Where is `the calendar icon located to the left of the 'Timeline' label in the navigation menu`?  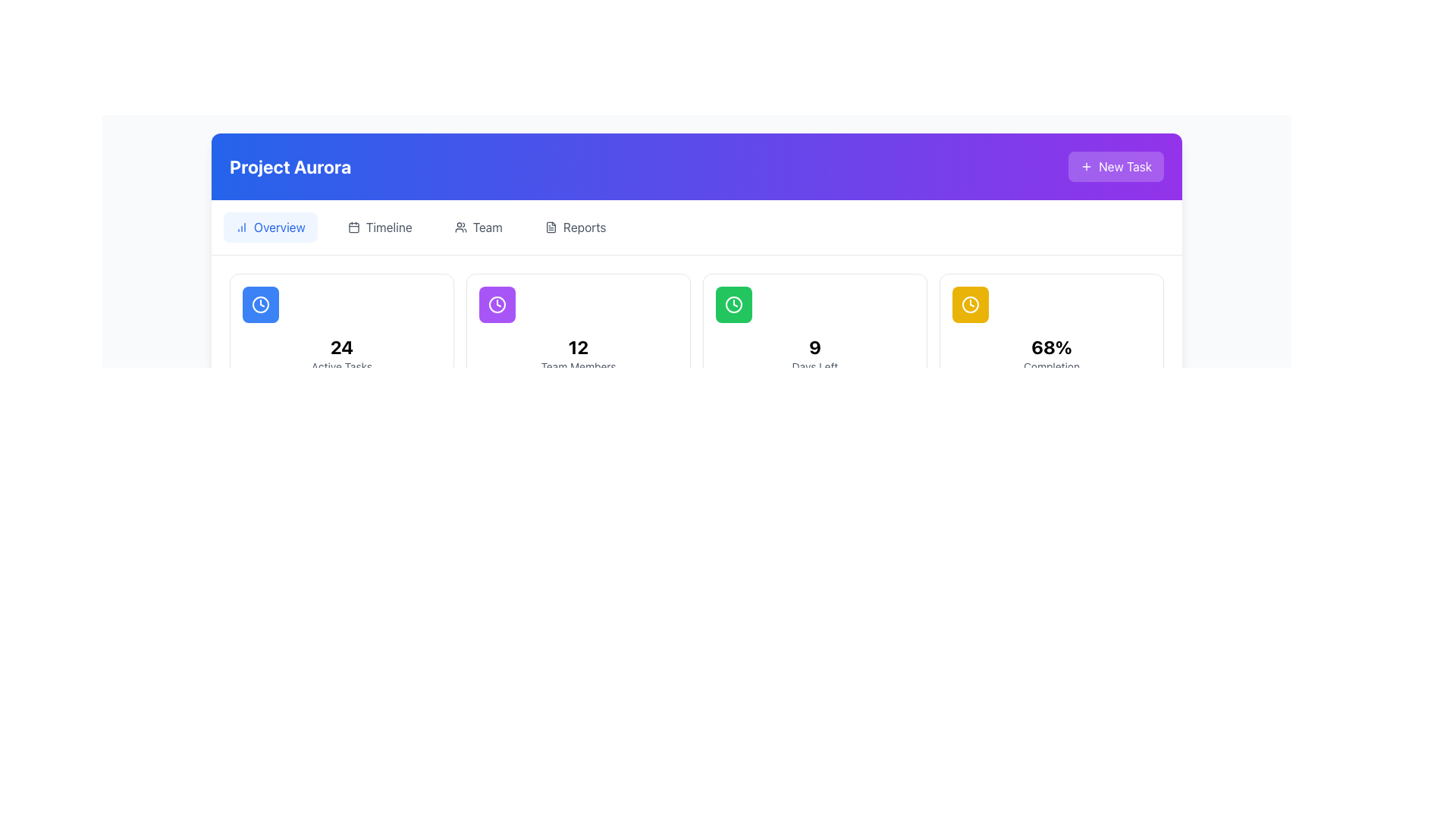
the calendar icon located to the left of the 'Timeline' label in the navigation menu is located at coordinates (353, 227).